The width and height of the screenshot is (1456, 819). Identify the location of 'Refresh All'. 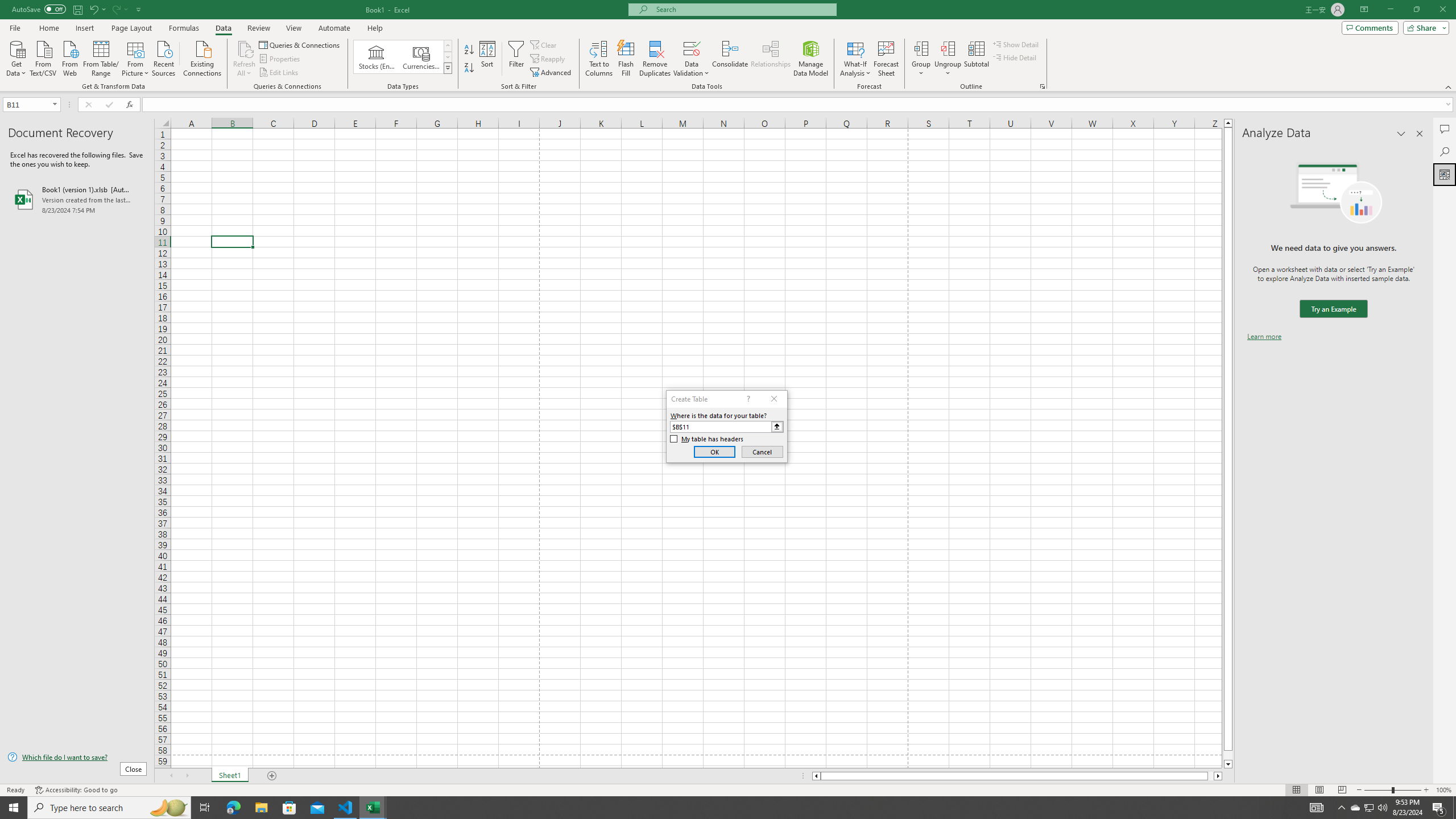
(244, 48).